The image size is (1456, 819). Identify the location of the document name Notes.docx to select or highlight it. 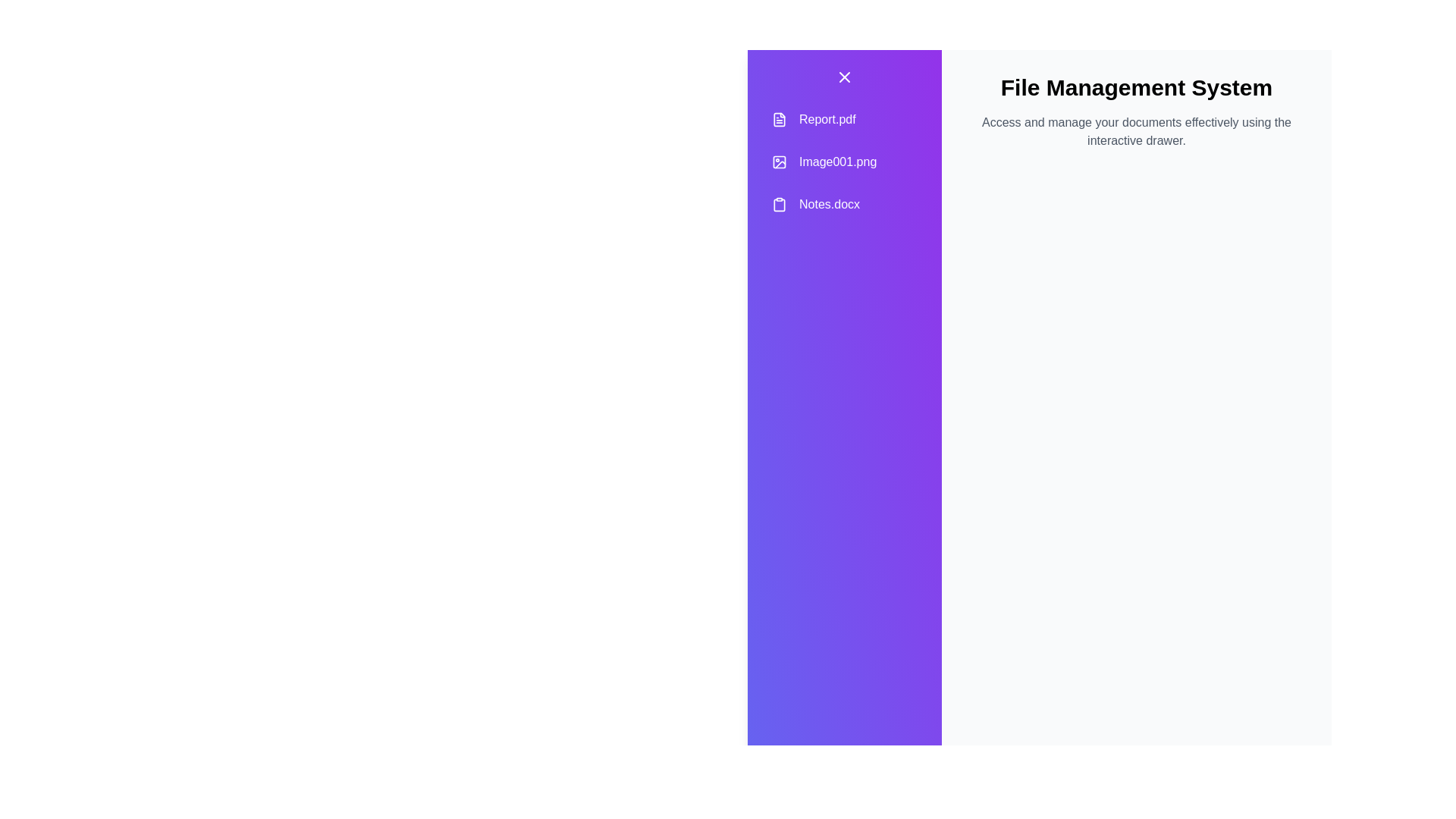
(843, 205).